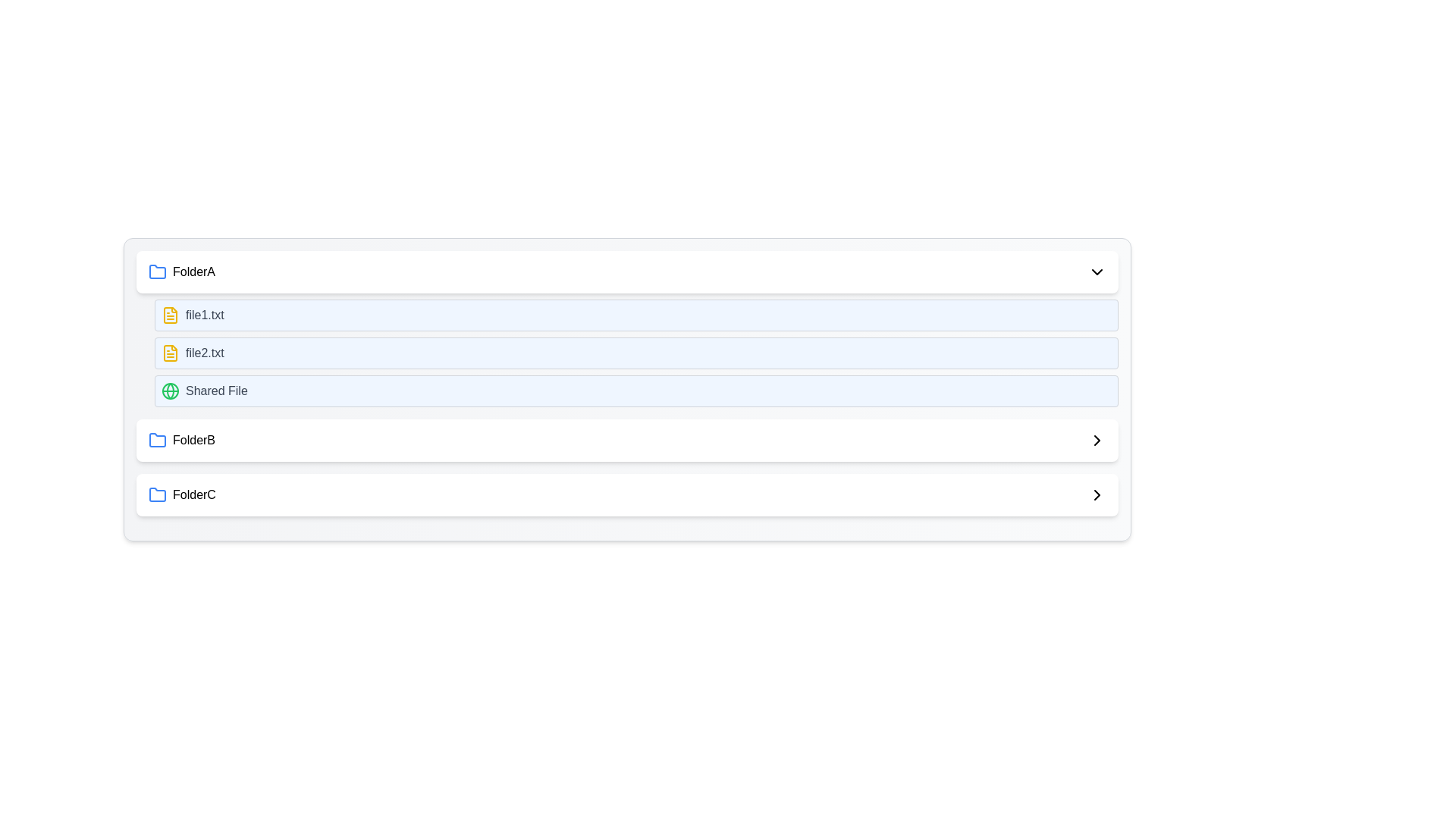  I want to click on the rightward-facing chevron icon located at the far right of the 'FolderC' row, so click(1097, 494).